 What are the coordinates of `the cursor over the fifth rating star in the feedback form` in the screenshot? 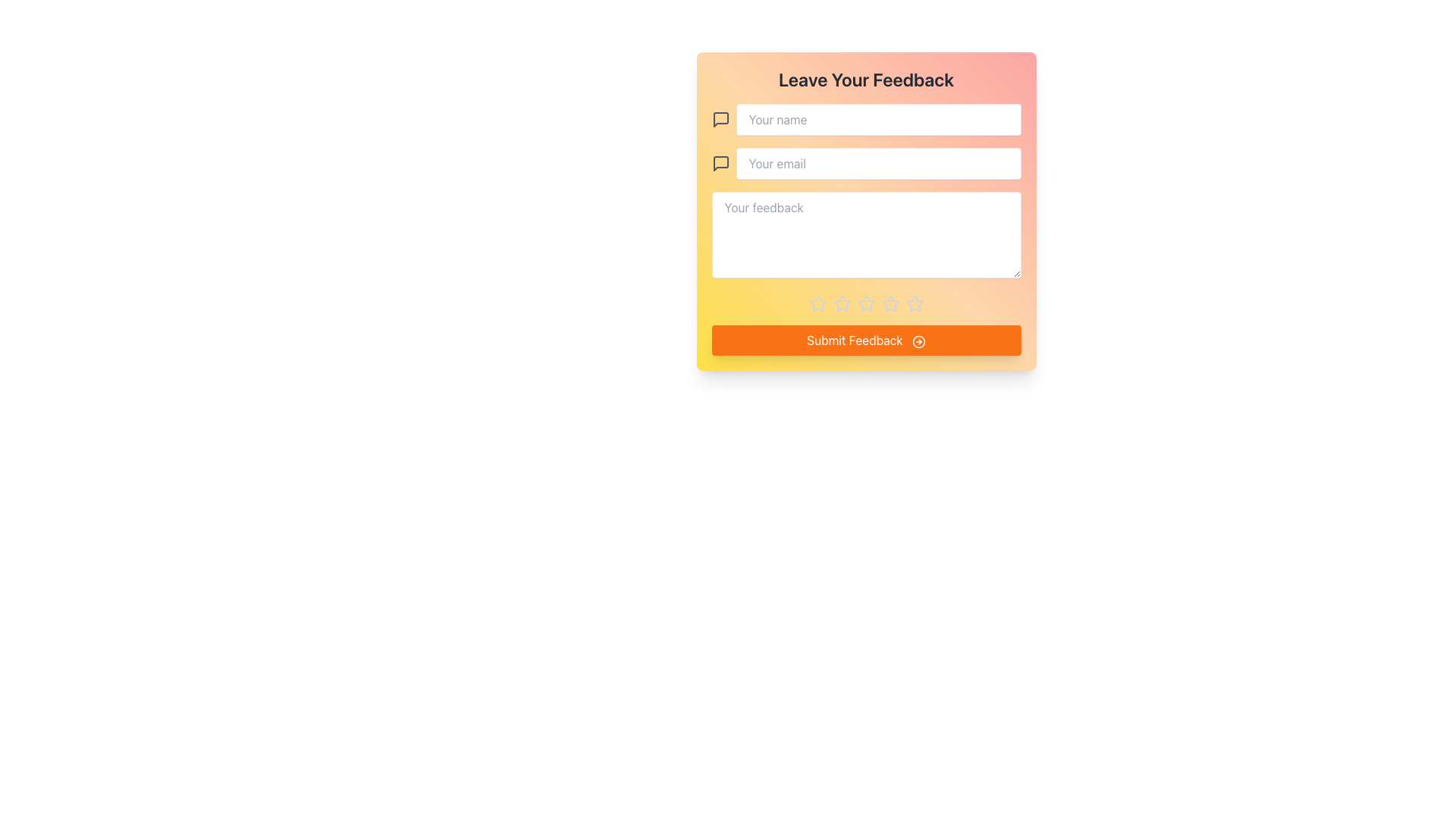 It's located at (866, 304).